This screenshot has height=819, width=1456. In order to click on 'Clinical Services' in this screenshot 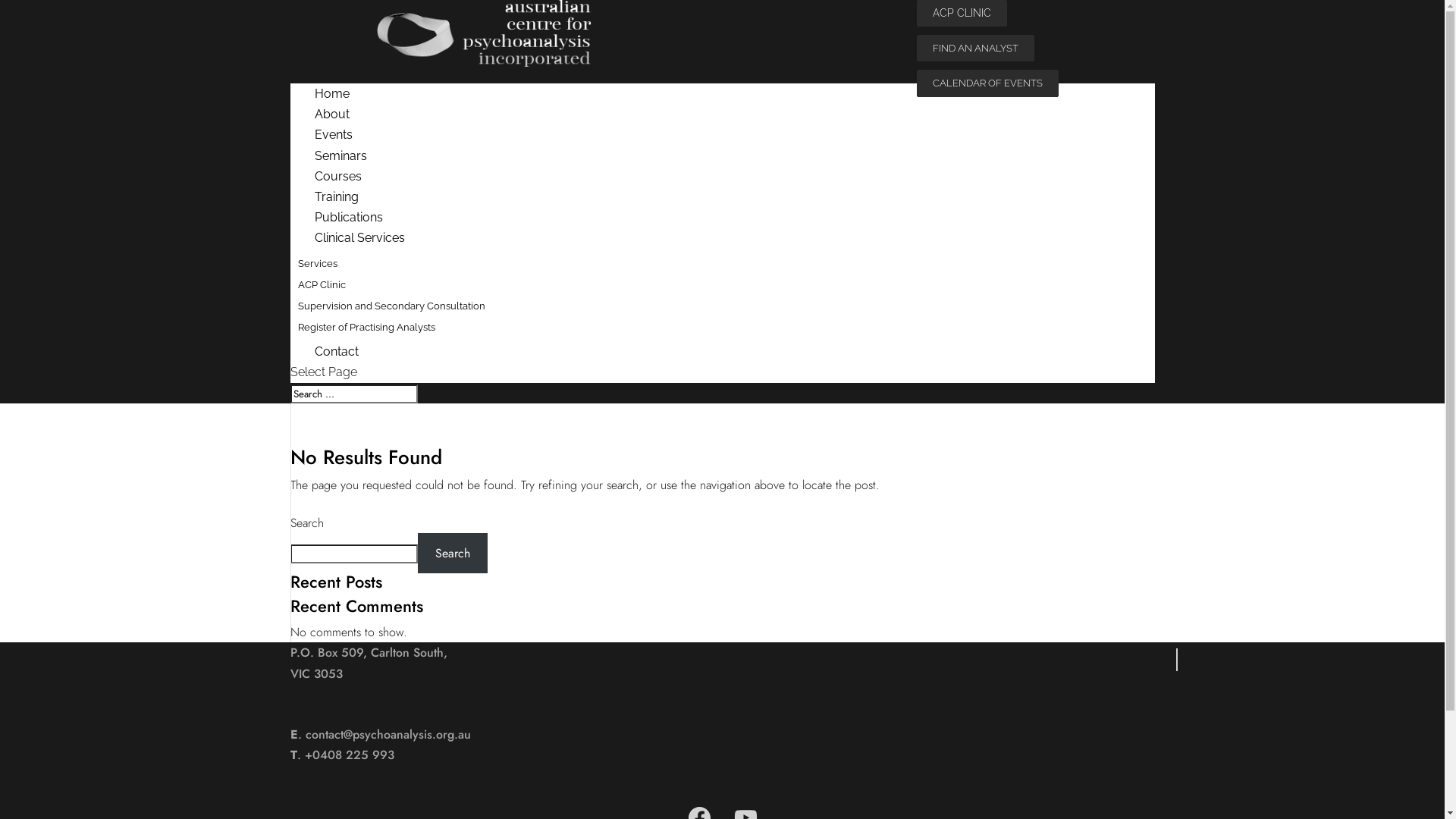, I will do `click(359, 237)`.